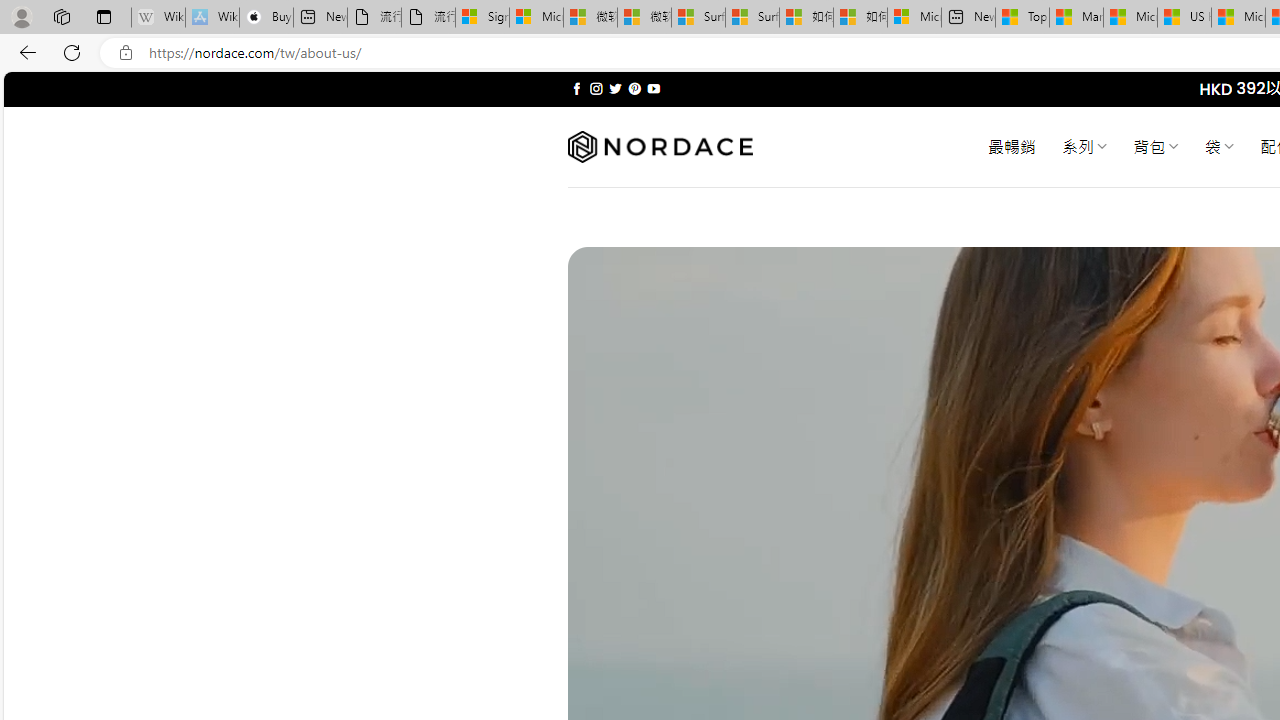 The image size is (1280, 720). Describe the element at coordinates (614, 88) in the screenshot. I see `'Follow on Twitter'` at that location.